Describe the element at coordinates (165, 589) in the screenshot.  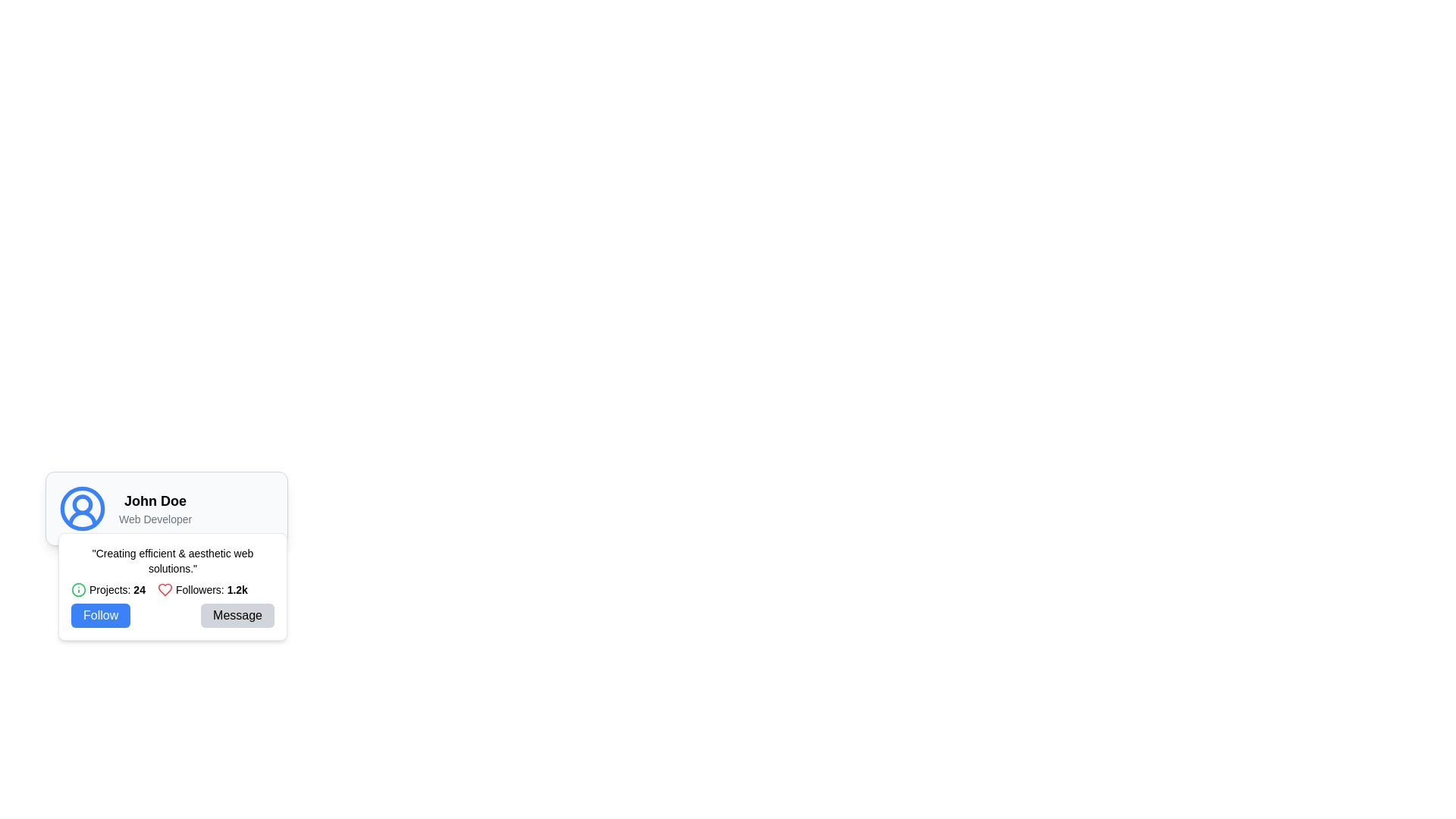
I see `the heart-shaped icon with a red fill located in the 'Followers: 1.2k' section` at that location.